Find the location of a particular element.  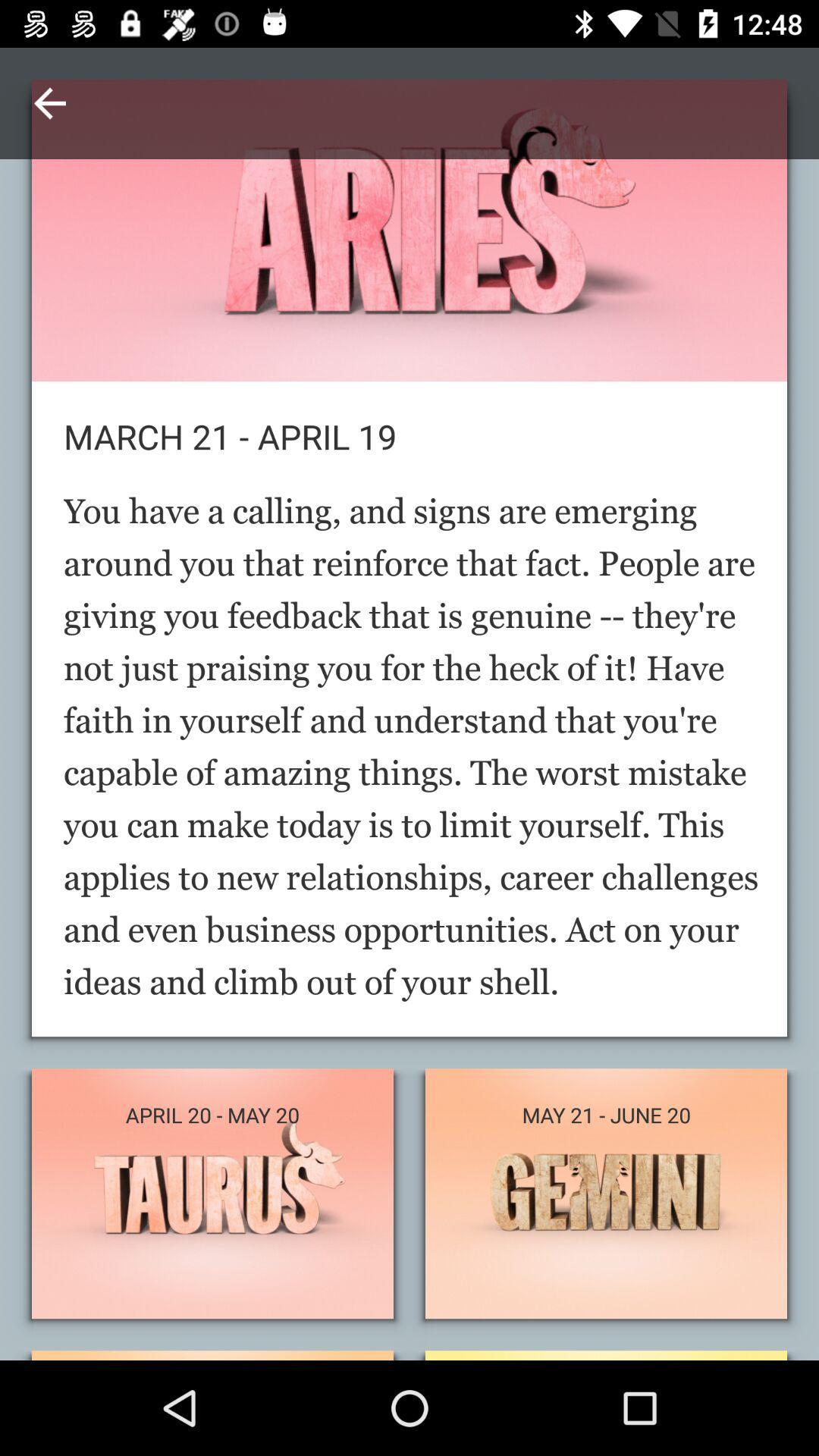

the icon at the top left corner is located at coordinates (49, 102).